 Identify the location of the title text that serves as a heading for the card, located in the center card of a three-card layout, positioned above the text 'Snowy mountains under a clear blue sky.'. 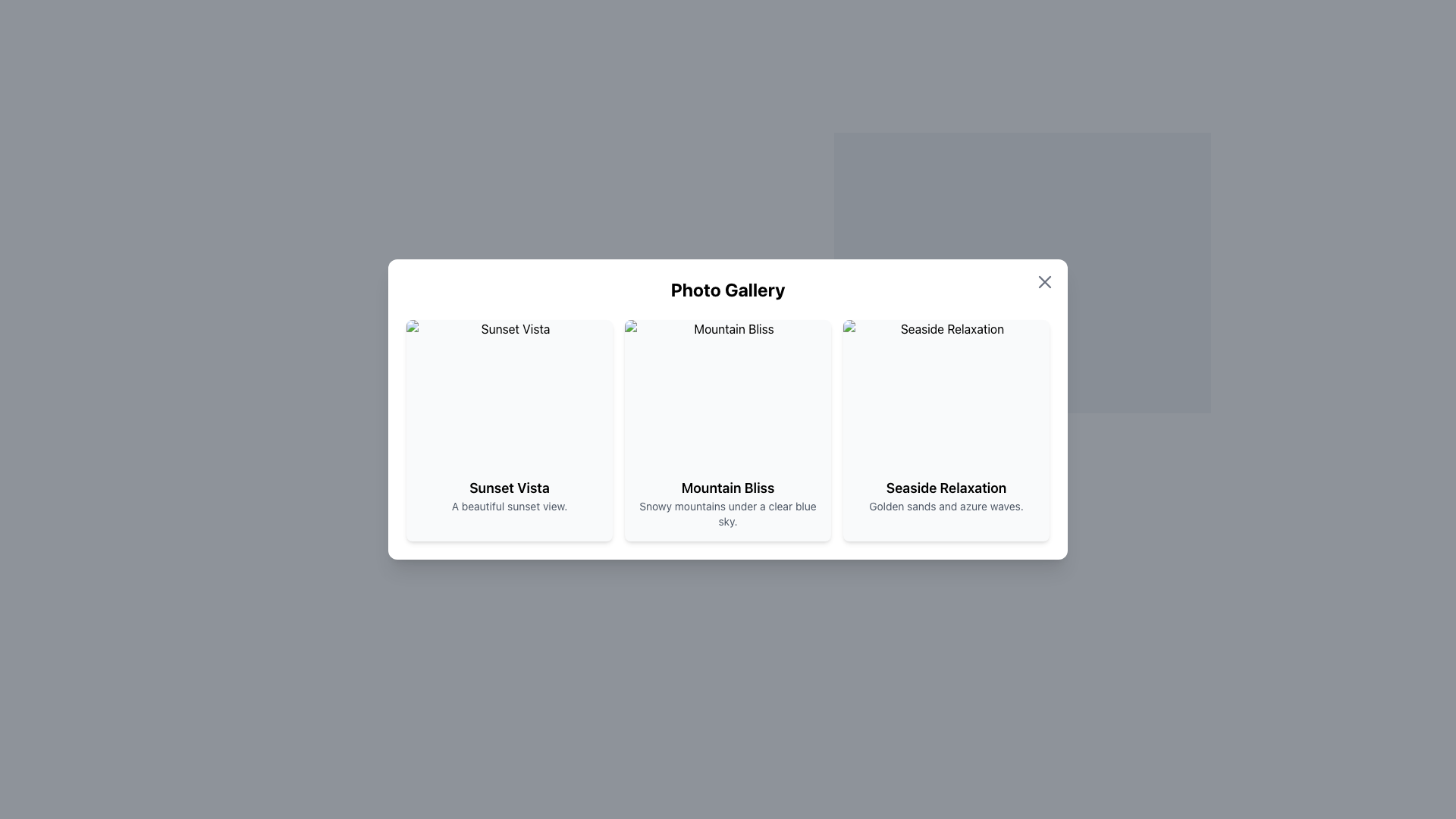
(728, 488).